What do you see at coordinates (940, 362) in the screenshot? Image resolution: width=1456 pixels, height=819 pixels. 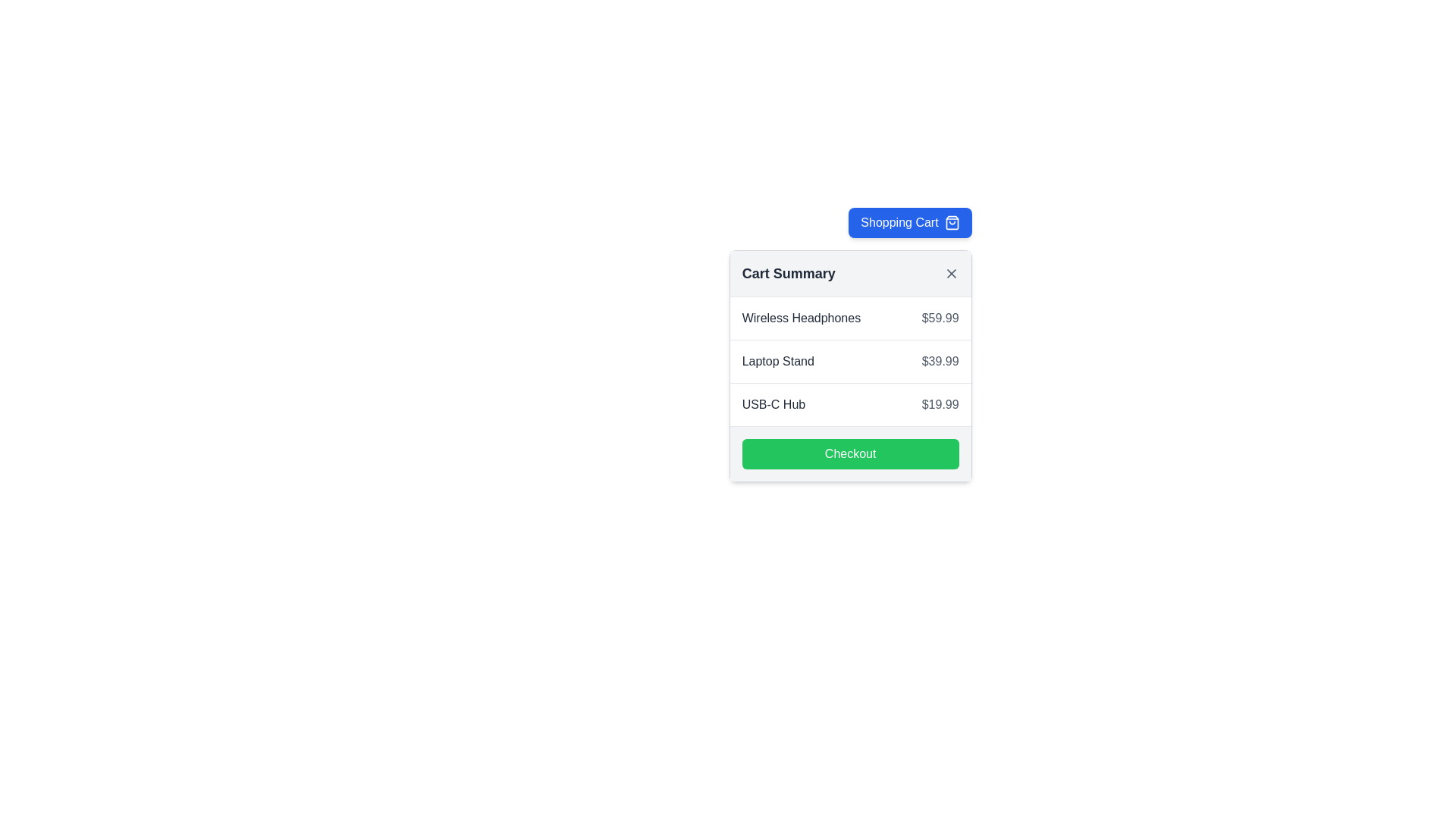 I see `the text label displaying the price "$39.99" located in the right column of the shopping cart, aligned with the item name "Laptop Stand" in the second row` at bounding box center [940, 362].